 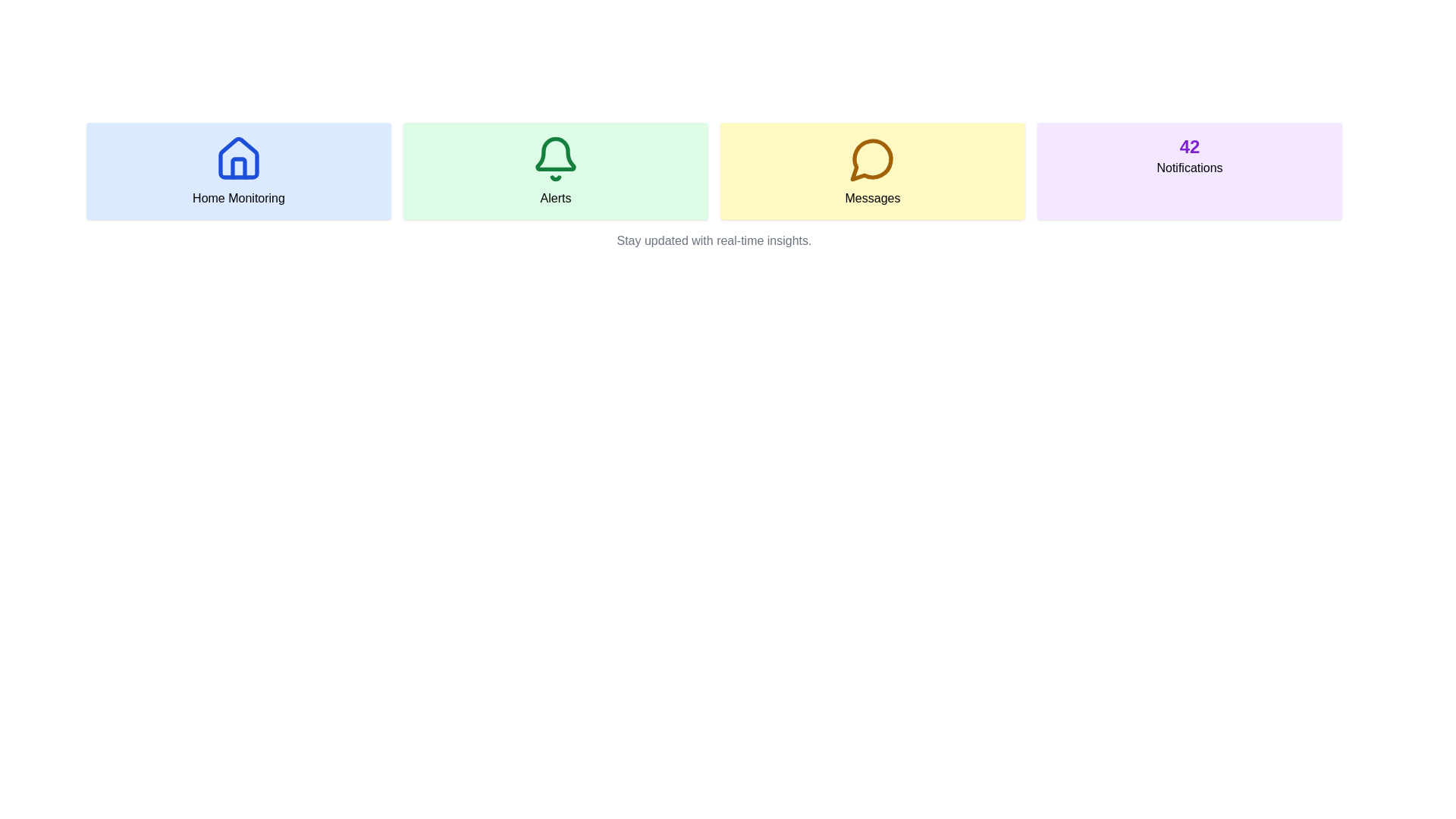 What do you see at coordinates (238, 158) in the screenshot?
I see `the house icon` at bounding box center [238, 158].